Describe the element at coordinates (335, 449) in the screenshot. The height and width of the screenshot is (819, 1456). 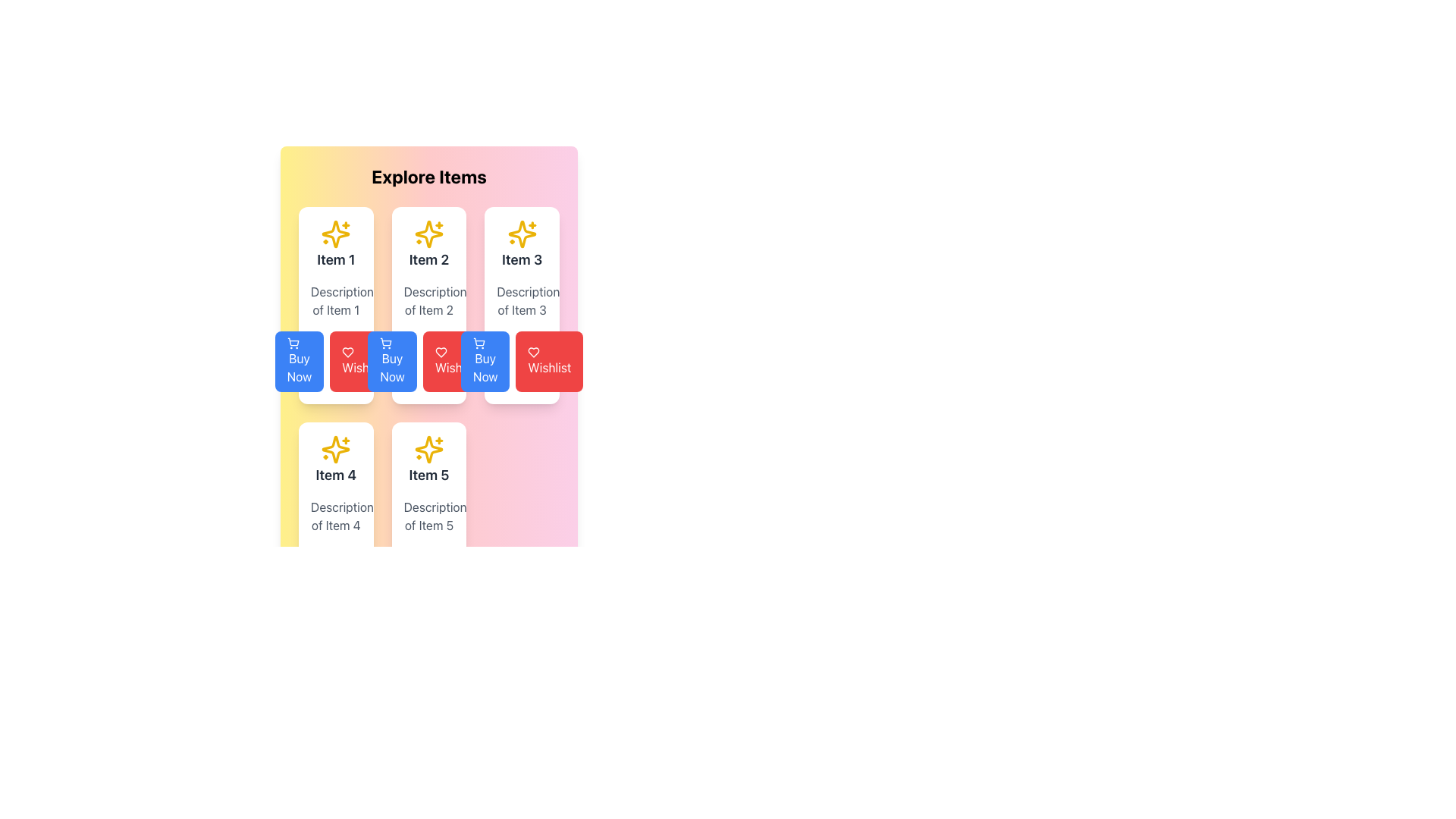
I see `the bright yellow sparkle icon located in the center of the card titled 'Item 4', which is situated above the 'Item 4' text` at that location.